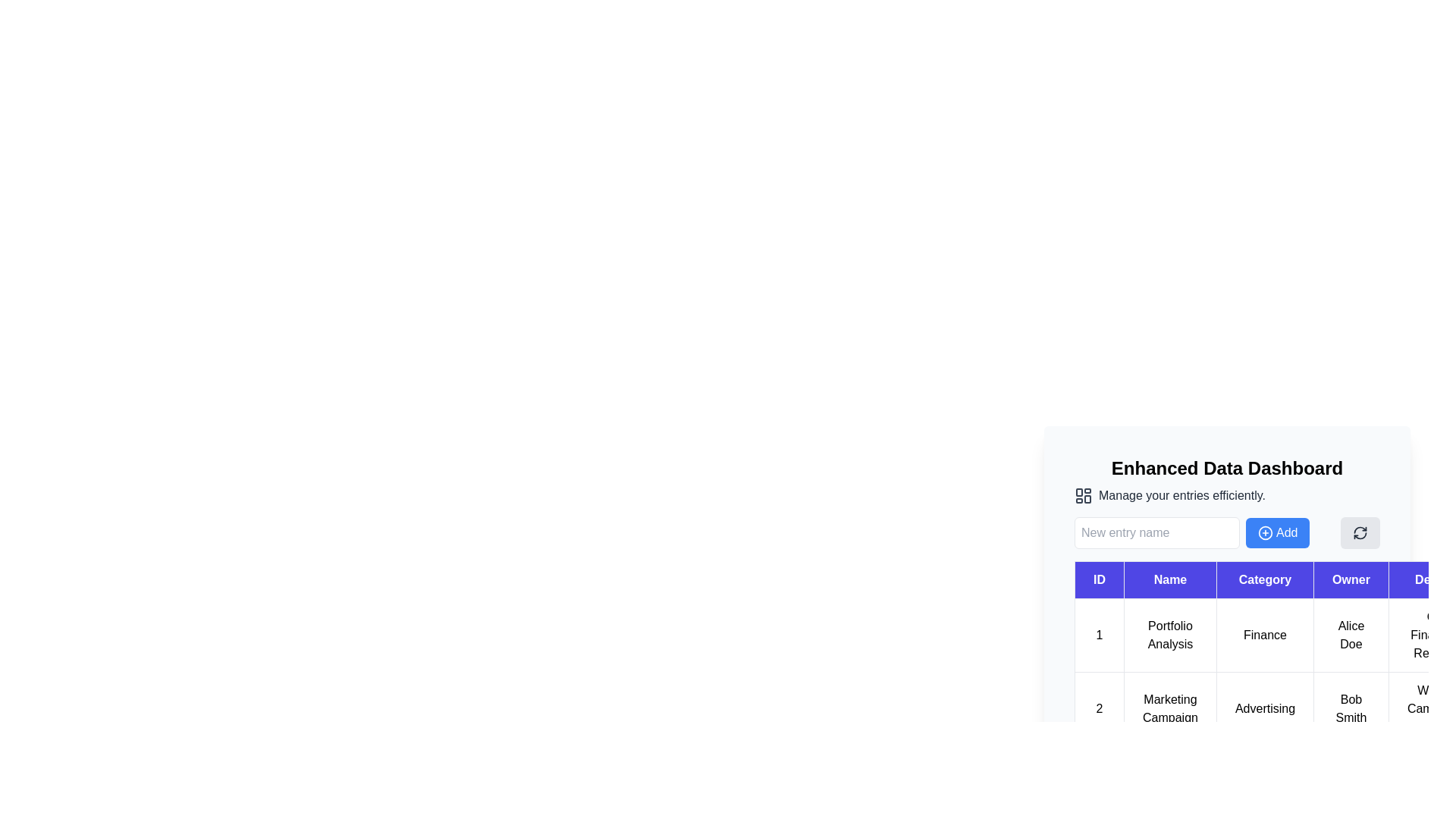  What do you see at coordinates (1265, 708) in the screenshot?
I see `the table cell indicating the category 'Advertising' in the second row of the table associated with the 'Marketing Campaign'` at bounding box center [1265, 708].